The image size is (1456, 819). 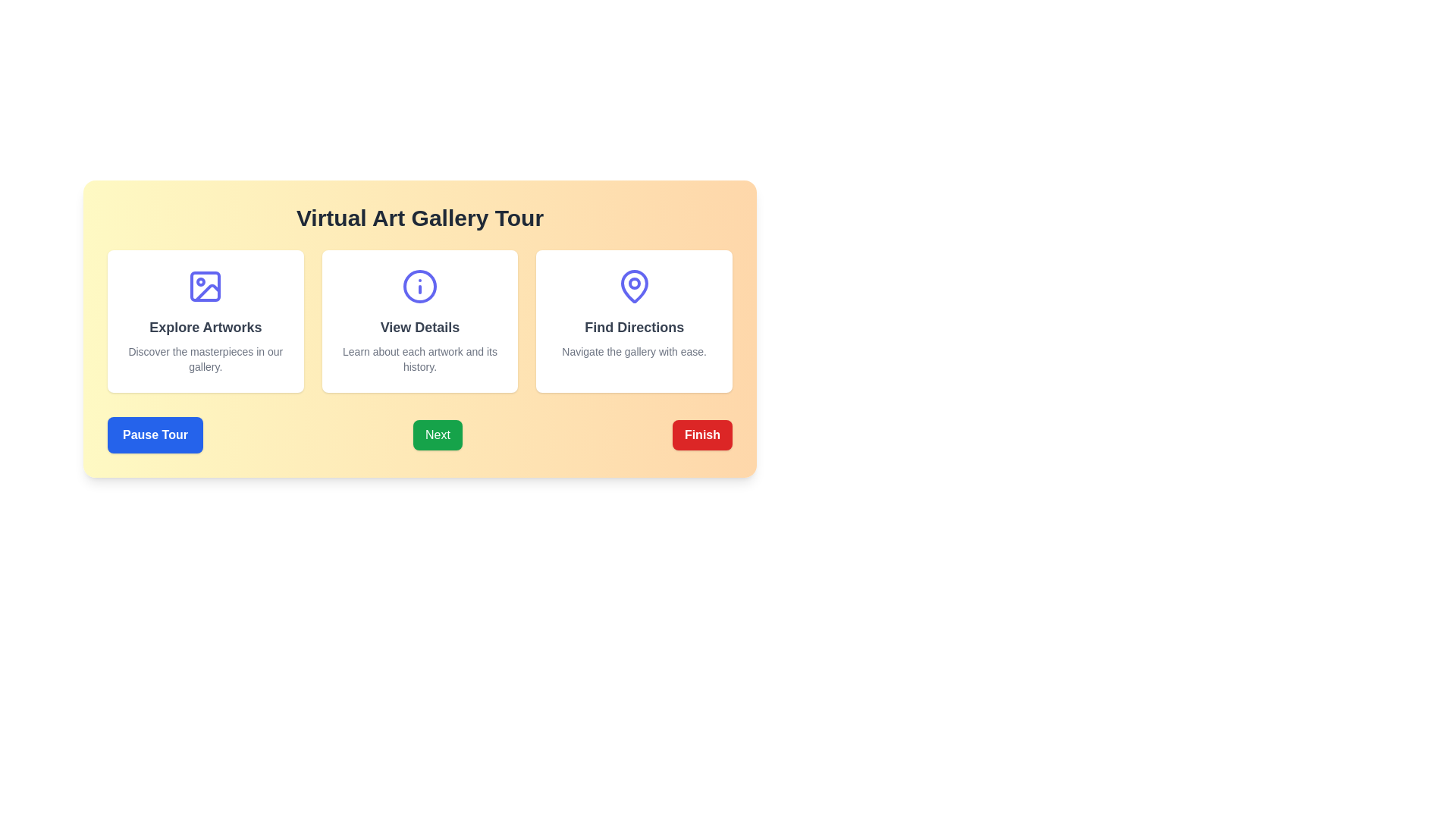 What do you see at coordinates (419, 359) in the screenshot?
I see `the text element displaying 'Learn about each artwork and its history.' which is located below the 'View Details' heading in the central card` at bounding box center [419, 359].